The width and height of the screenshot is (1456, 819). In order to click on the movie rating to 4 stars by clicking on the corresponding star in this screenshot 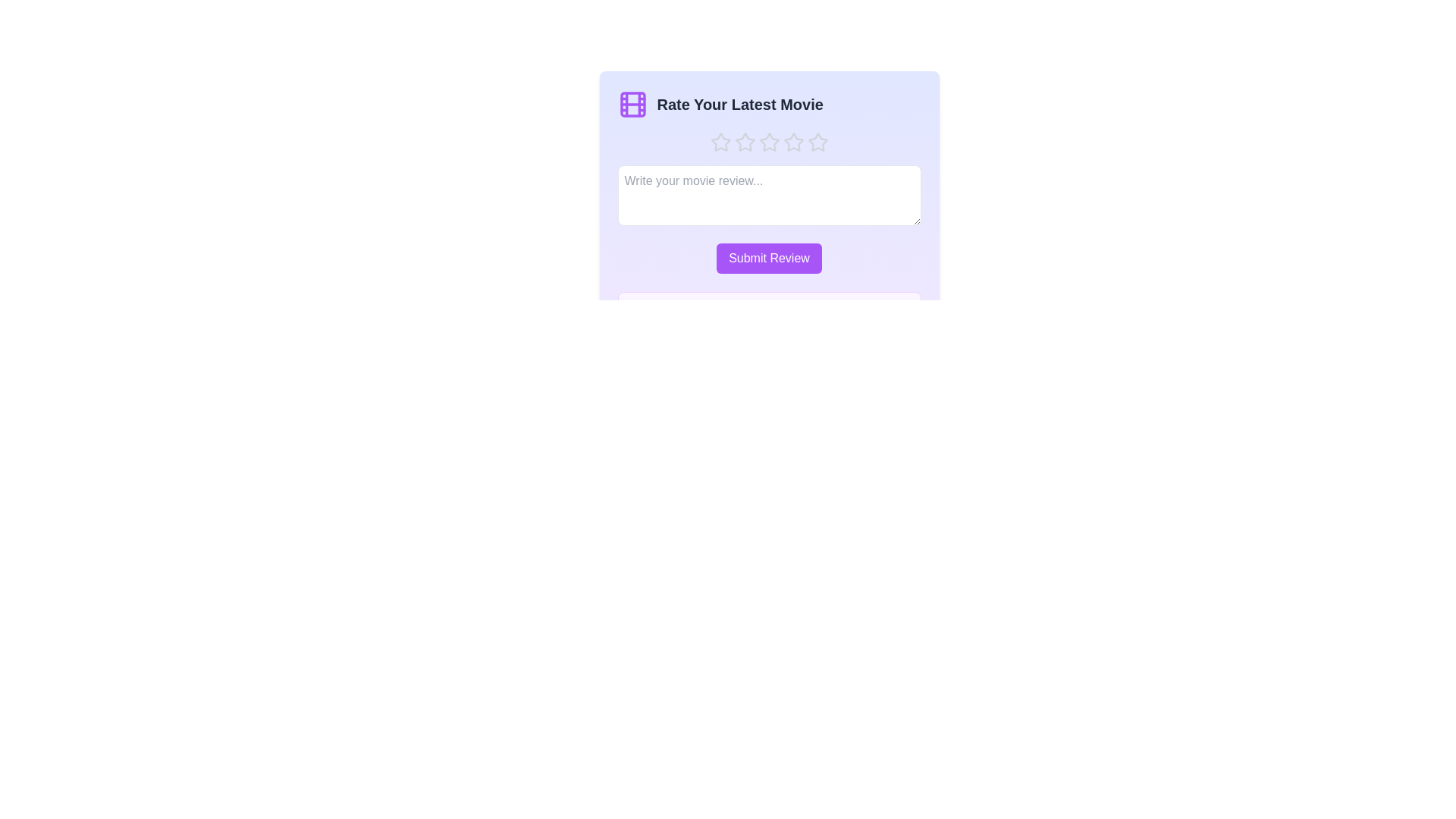, I will do `click(792, 143)`.